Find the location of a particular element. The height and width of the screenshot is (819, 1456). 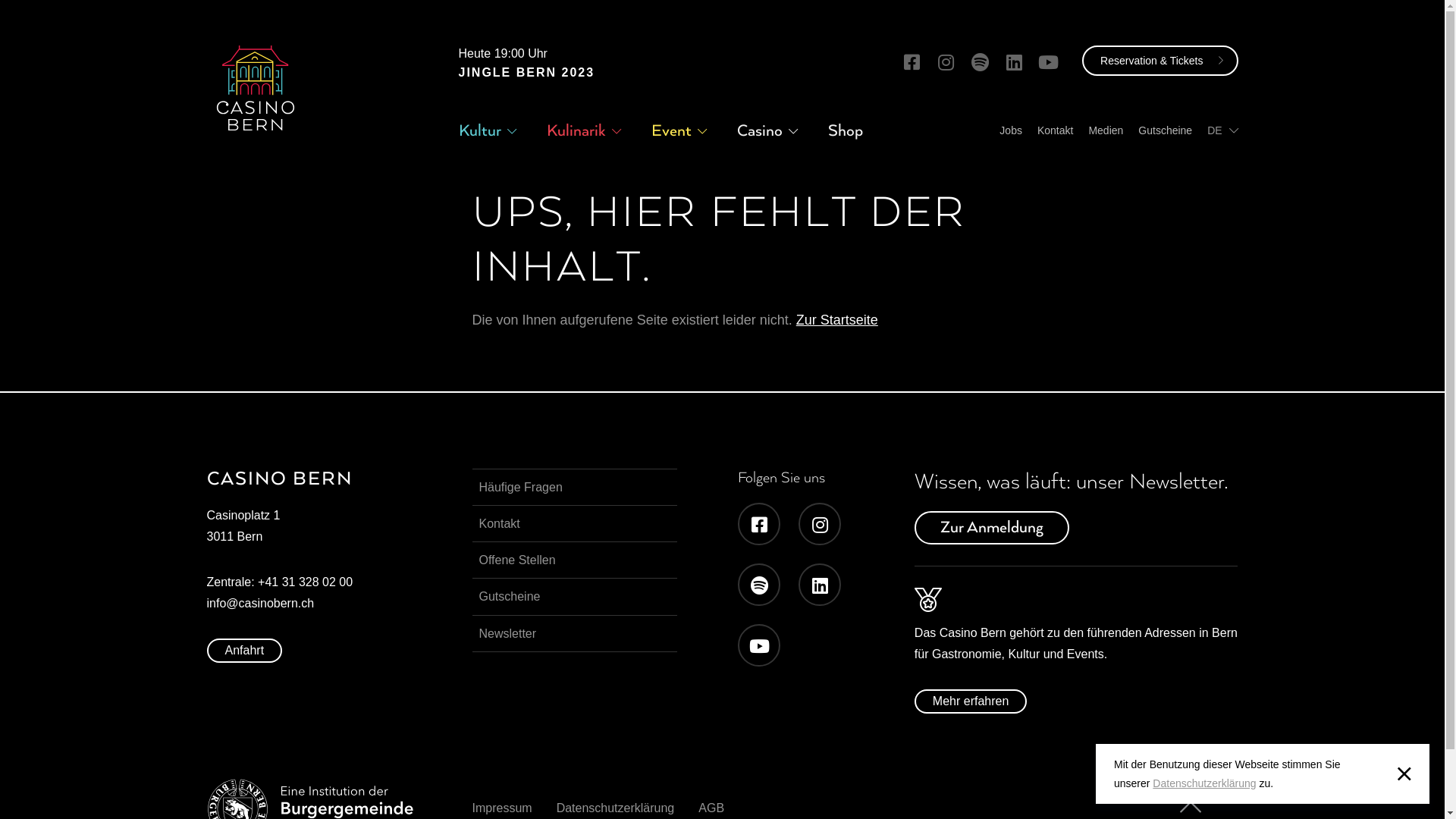

'Reservation & Tickets' is located at coordinates (1159, 60).